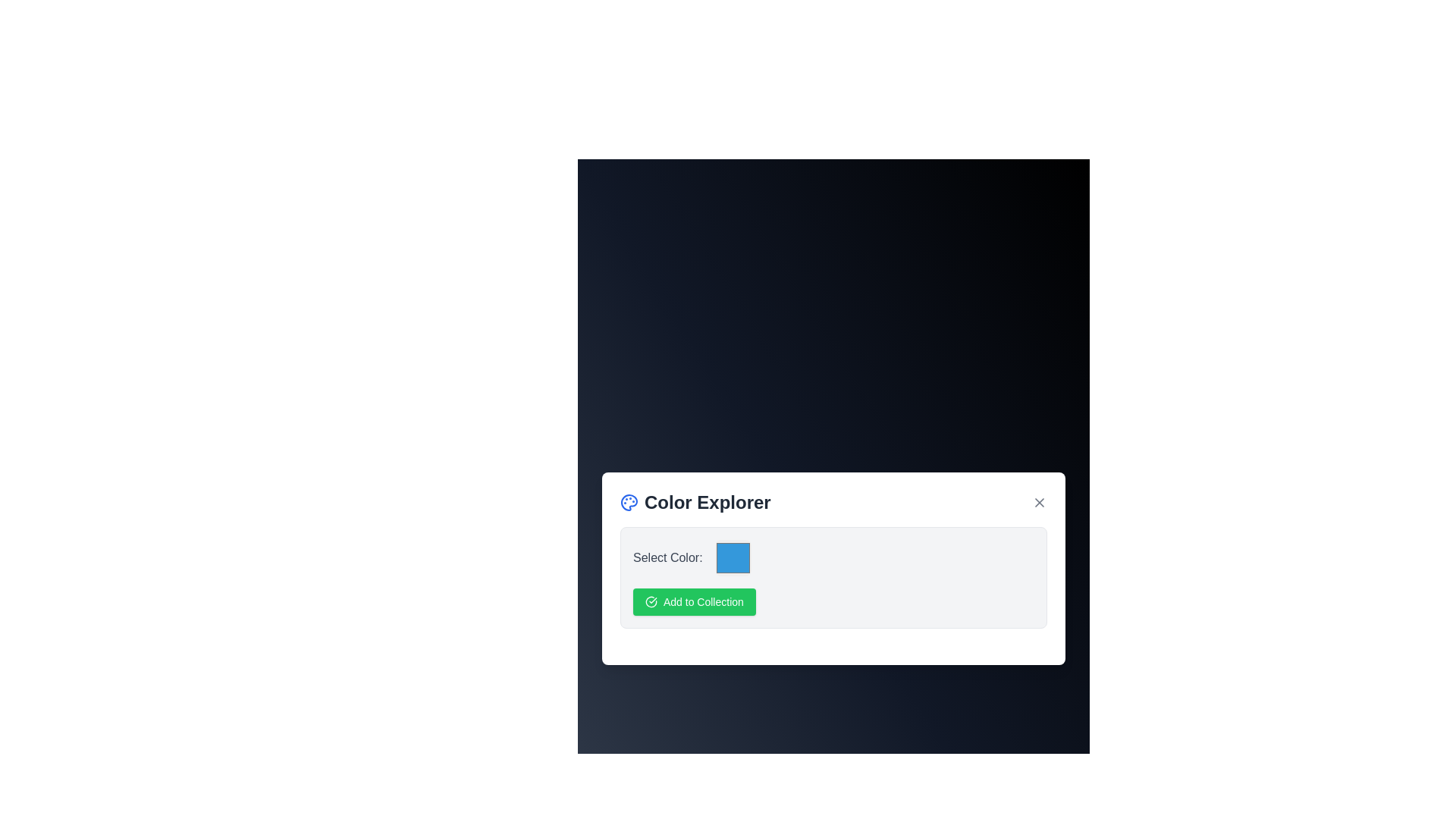  What do you see at coordinates (651, 601) in the screenshot?
I see `the checkmark circle icon that indicates confirmation or completion, as part of the 'Add to Collection' button in the 'Color Explorer' dialog box` at bounding box center [651, 601].